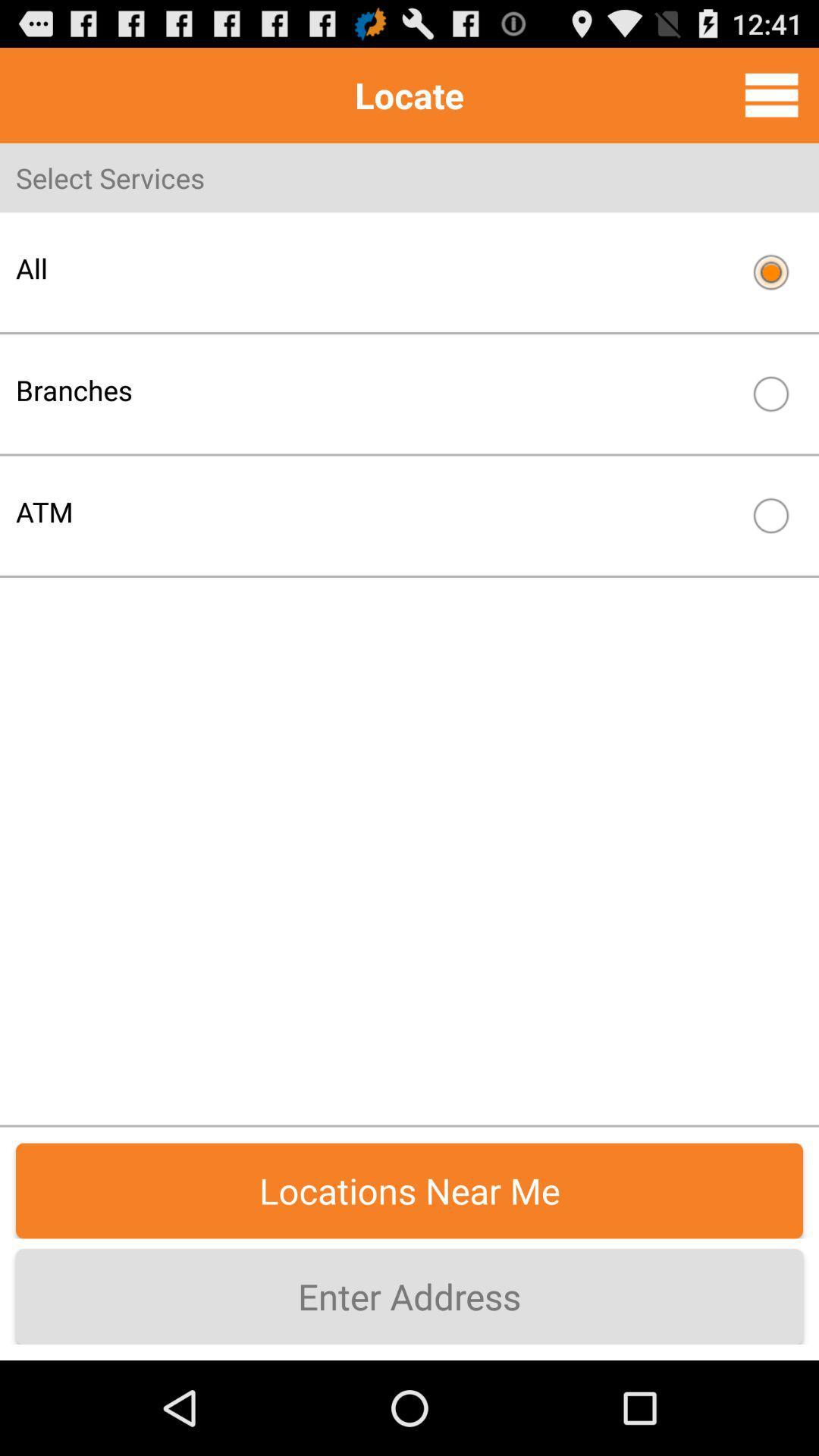 Image resolution: width=819 pixels, height=1456 pixels. I want to click on the icon above the all, so click(771, 94).